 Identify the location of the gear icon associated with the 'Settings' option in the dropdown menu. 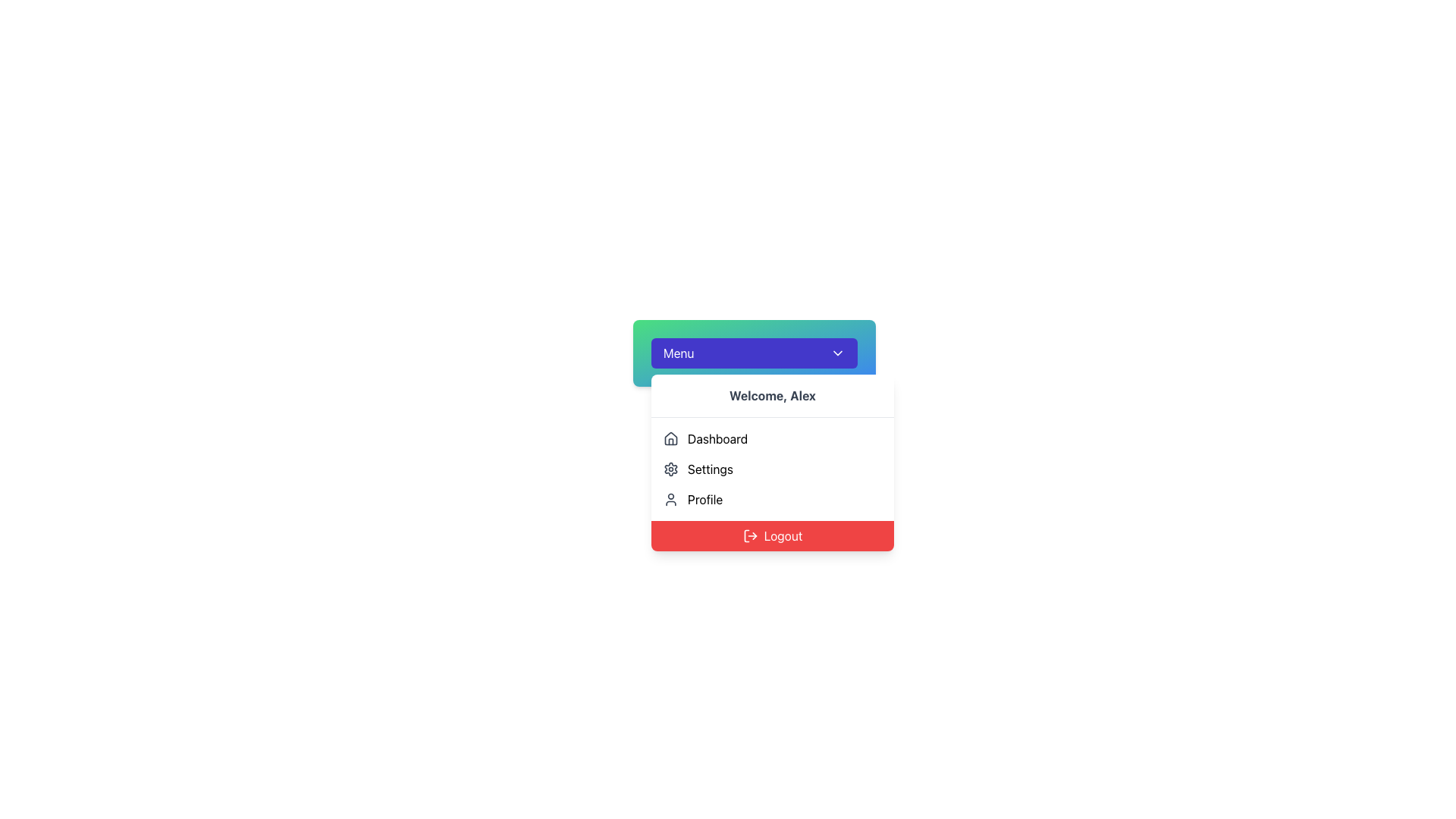
(670, 468).